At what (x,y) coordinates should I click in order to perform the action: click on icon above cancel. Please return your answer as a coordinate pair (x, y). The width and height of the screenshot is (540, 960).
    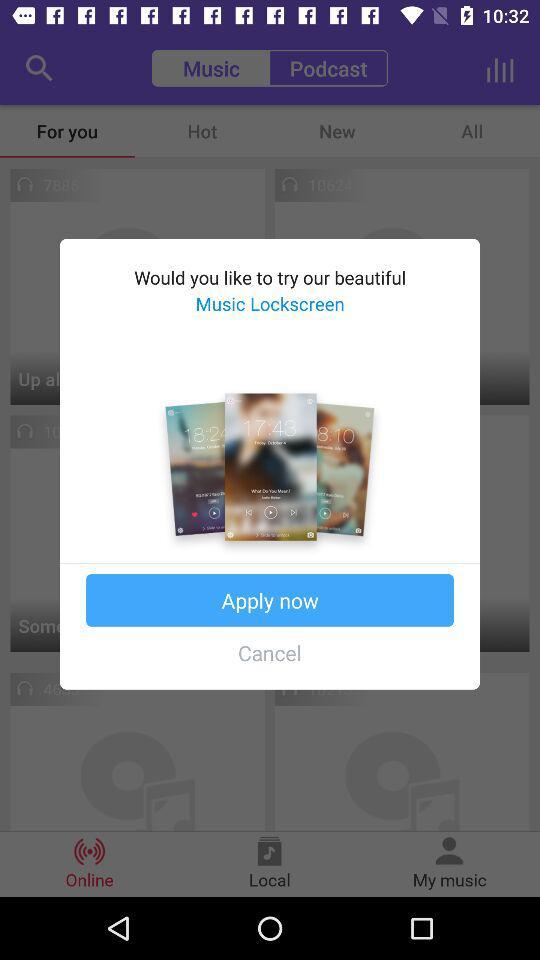
    Looking at the image, I should click on (270, 600).